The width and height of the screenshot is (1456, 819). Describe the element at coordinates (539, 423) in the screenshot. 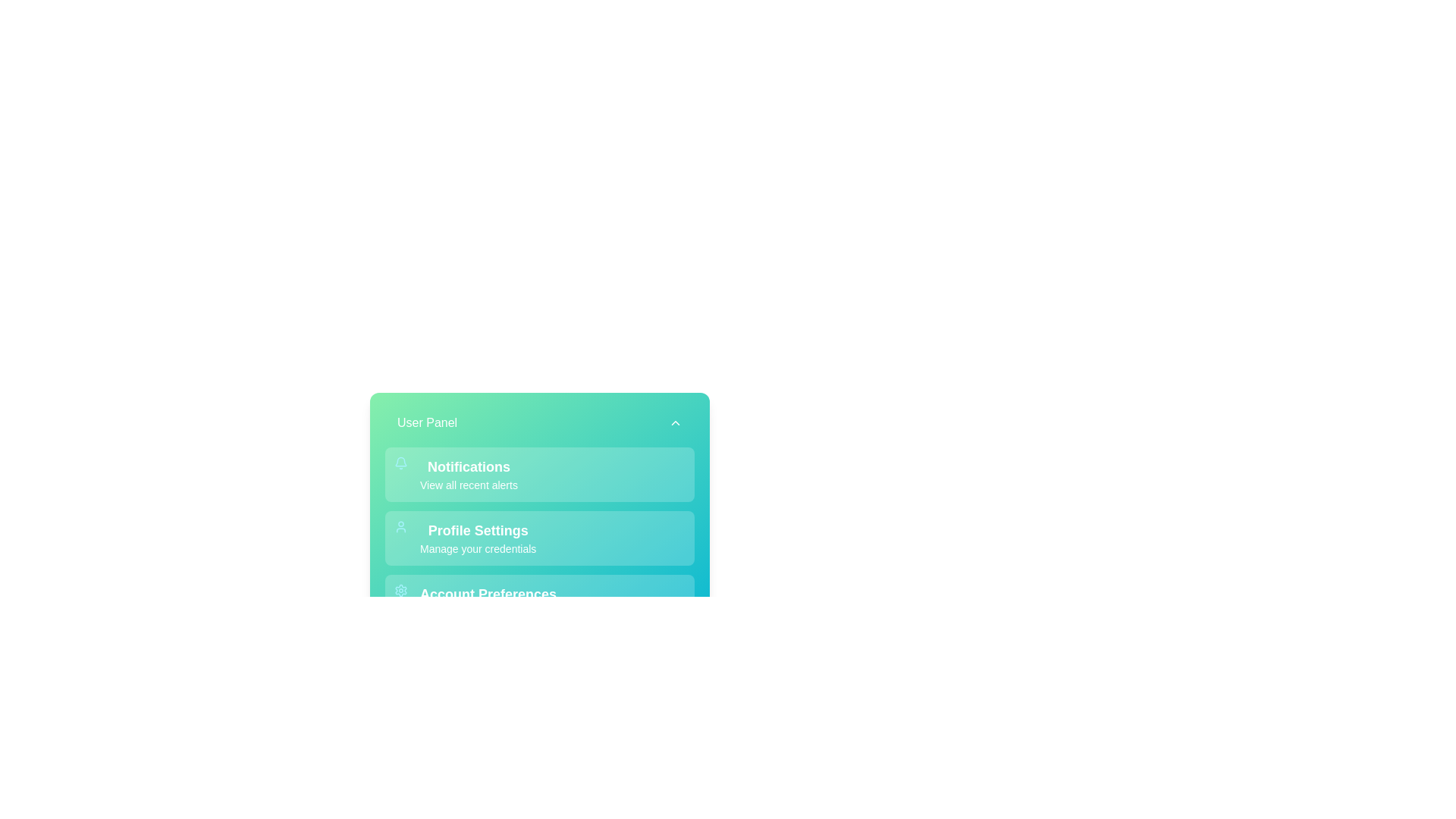

I see `the toggle button to toggle the panel expansion` at that location.